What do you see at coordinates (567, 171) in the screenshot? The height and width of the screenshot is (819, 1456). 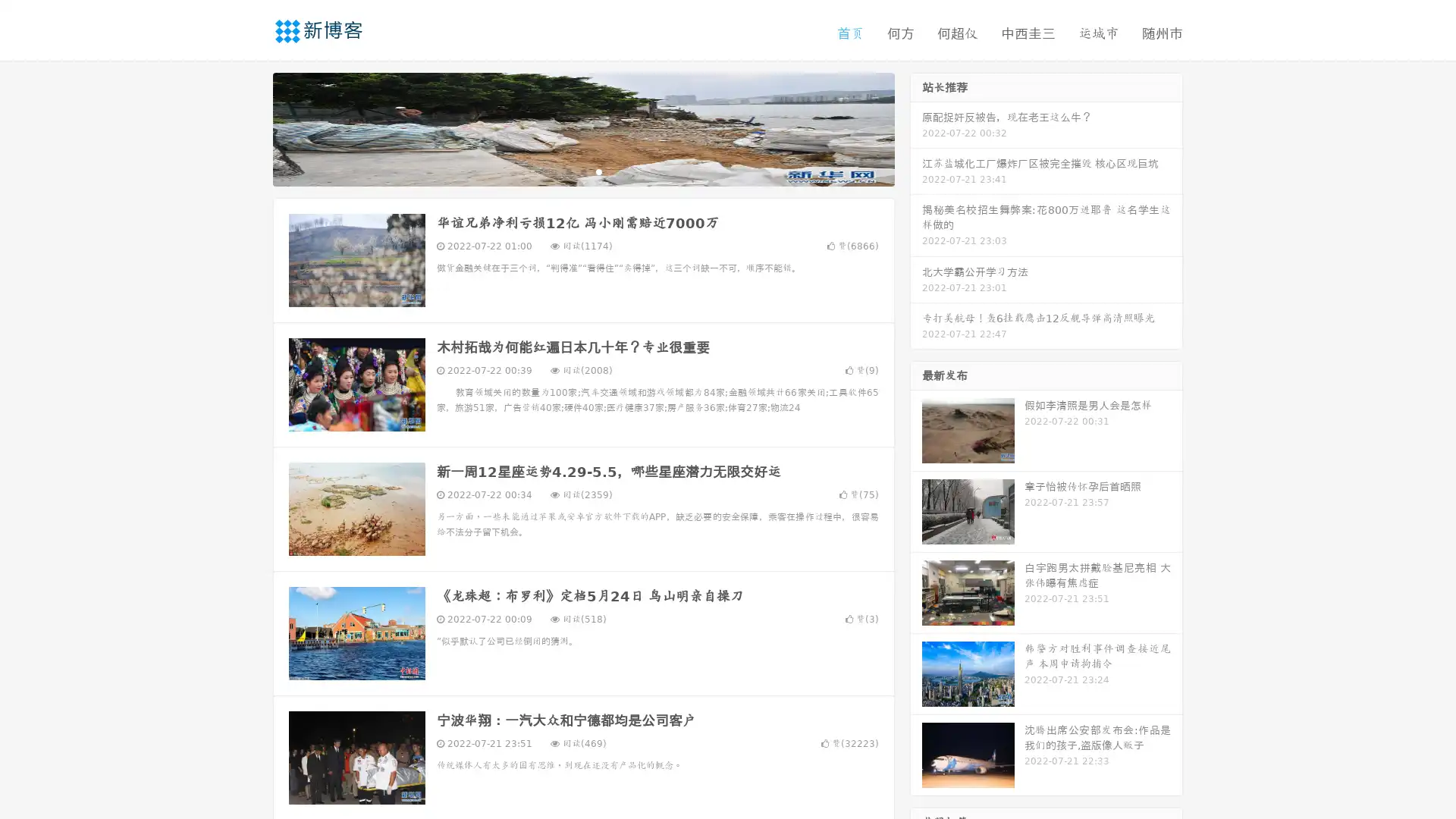 I see `Go to slide 1` at bounding box center [567, 171].